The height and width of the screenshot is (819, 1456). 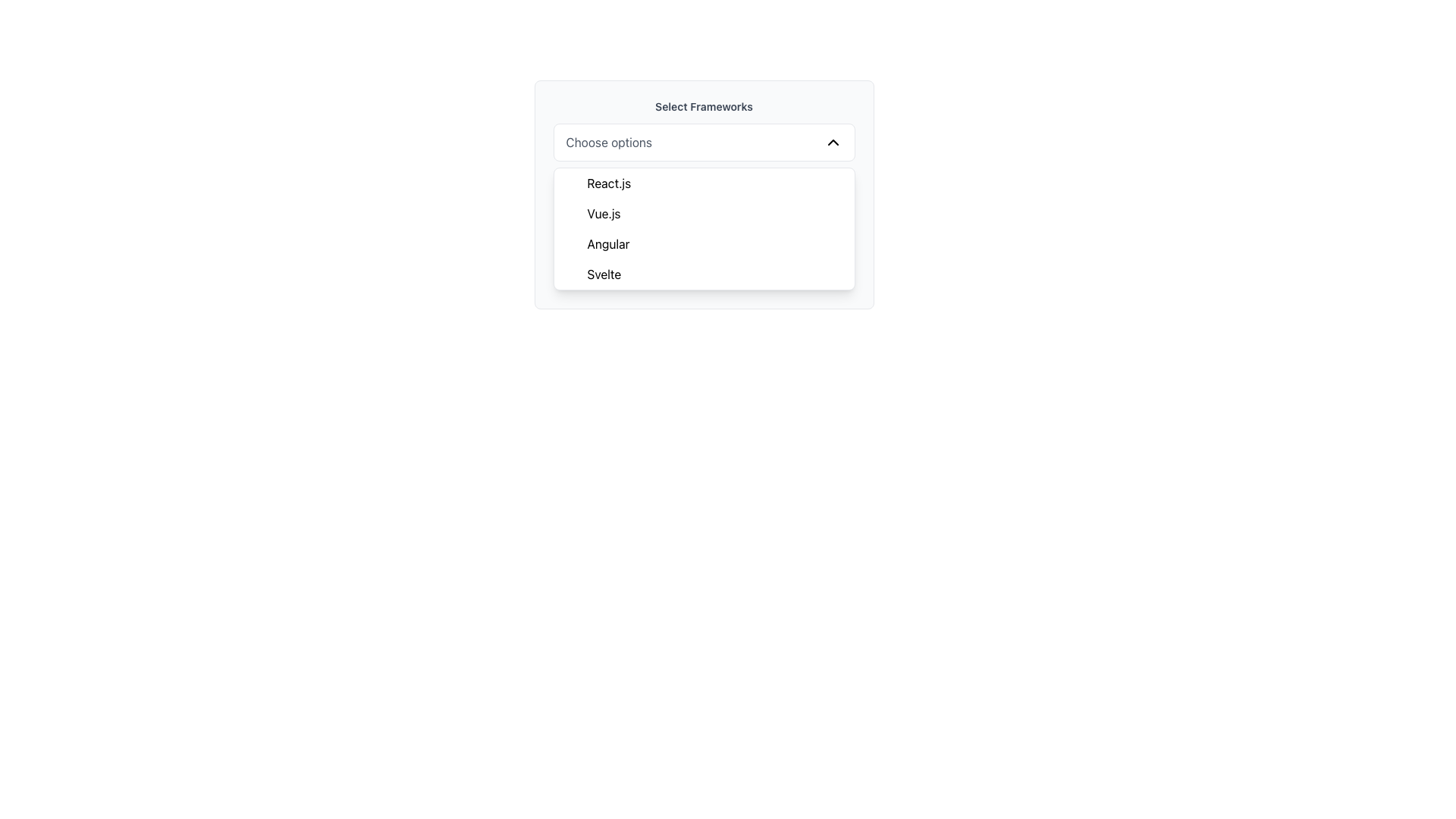 I want to click on the selectable option 'Vue.js' in the dropdown menu, which is the second item below 'React.js', so click(x=703, y=213).